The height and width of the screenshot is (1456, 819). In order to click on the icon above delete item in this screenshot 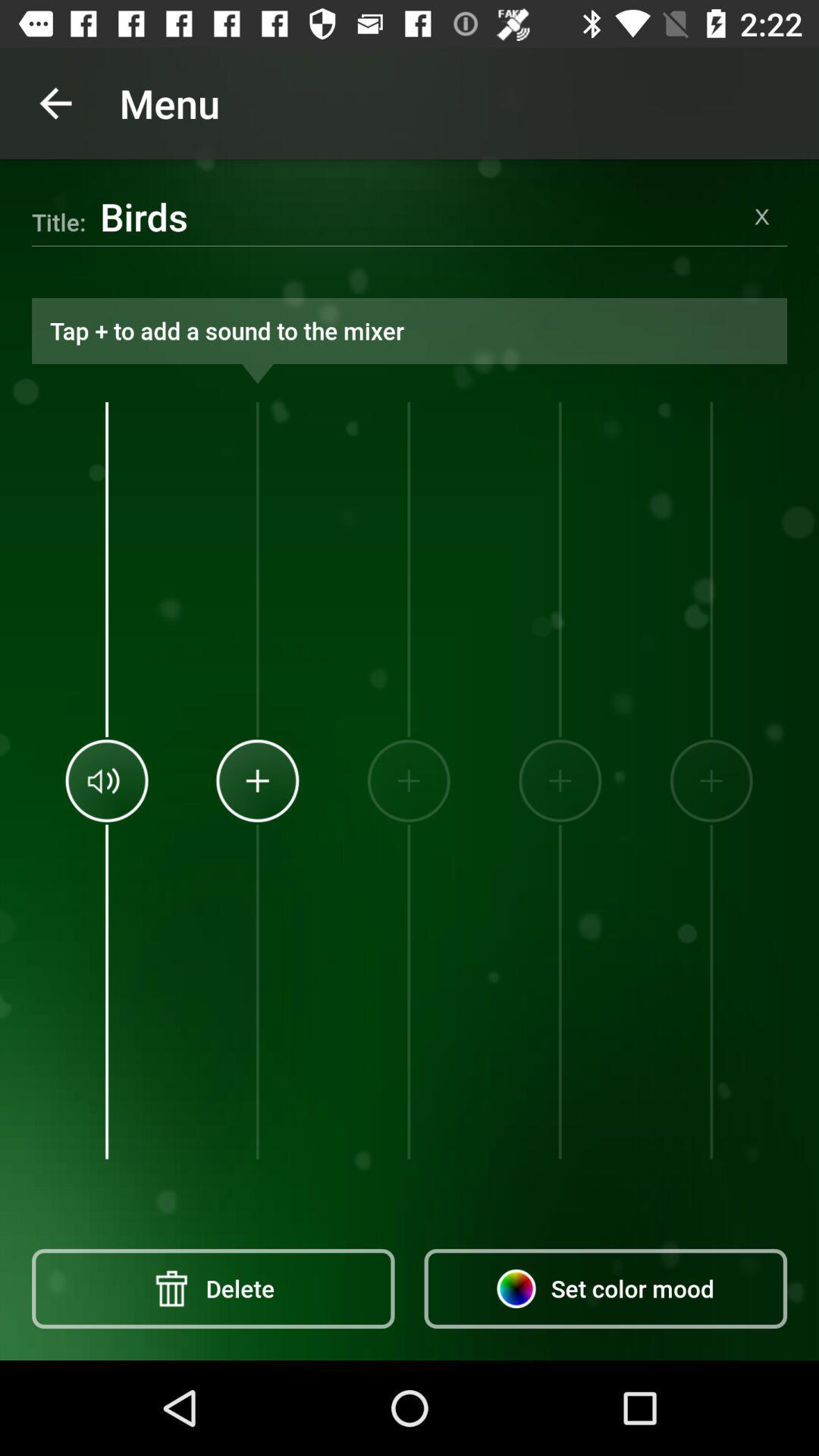, I will do `click(106, 780)`.